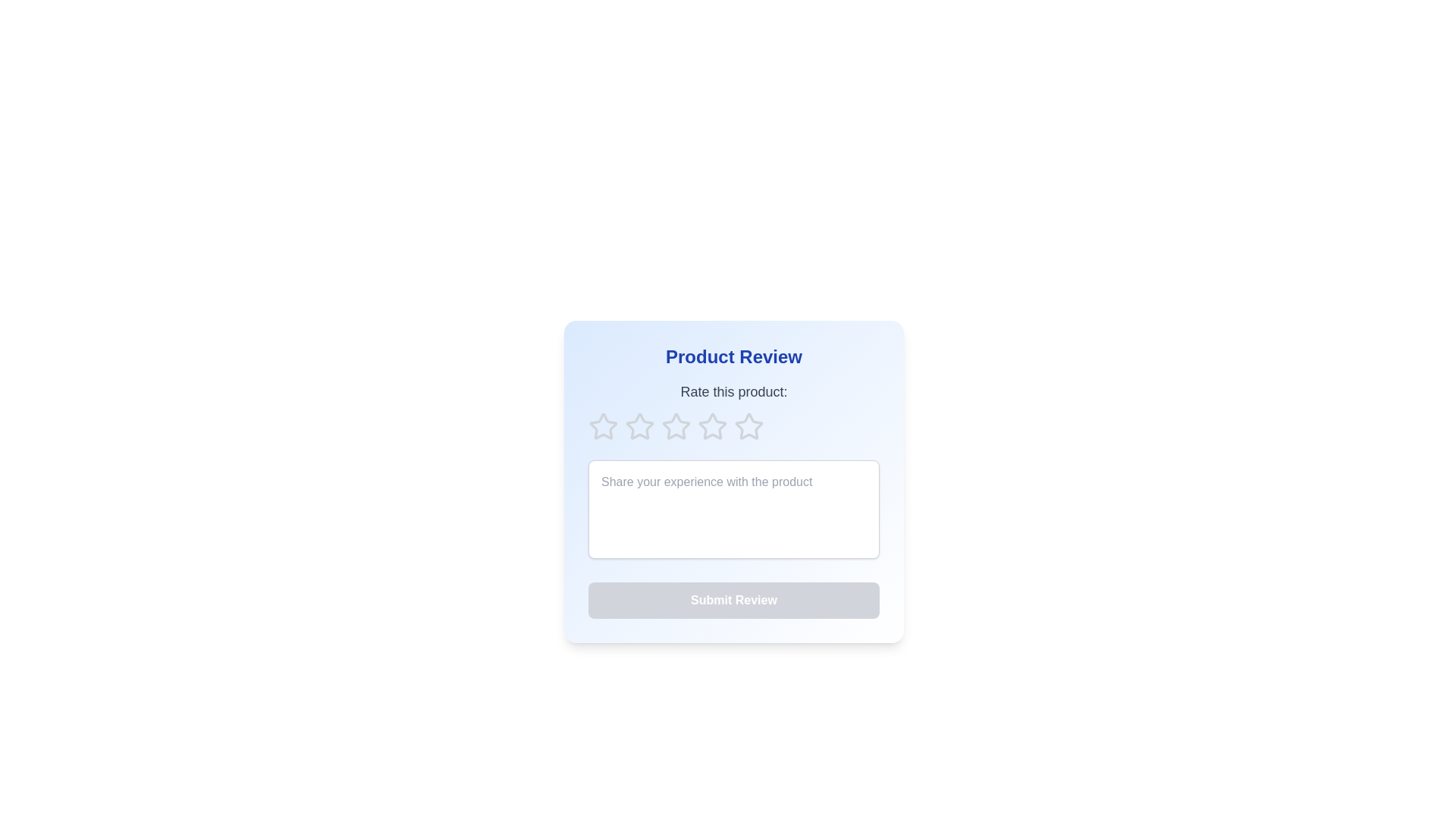 The width and height of the screenshot is (1456, 819). I want to click on the third star-shaped rating icon, which has a light gray outline and a transparent interior, so click(749, 426).